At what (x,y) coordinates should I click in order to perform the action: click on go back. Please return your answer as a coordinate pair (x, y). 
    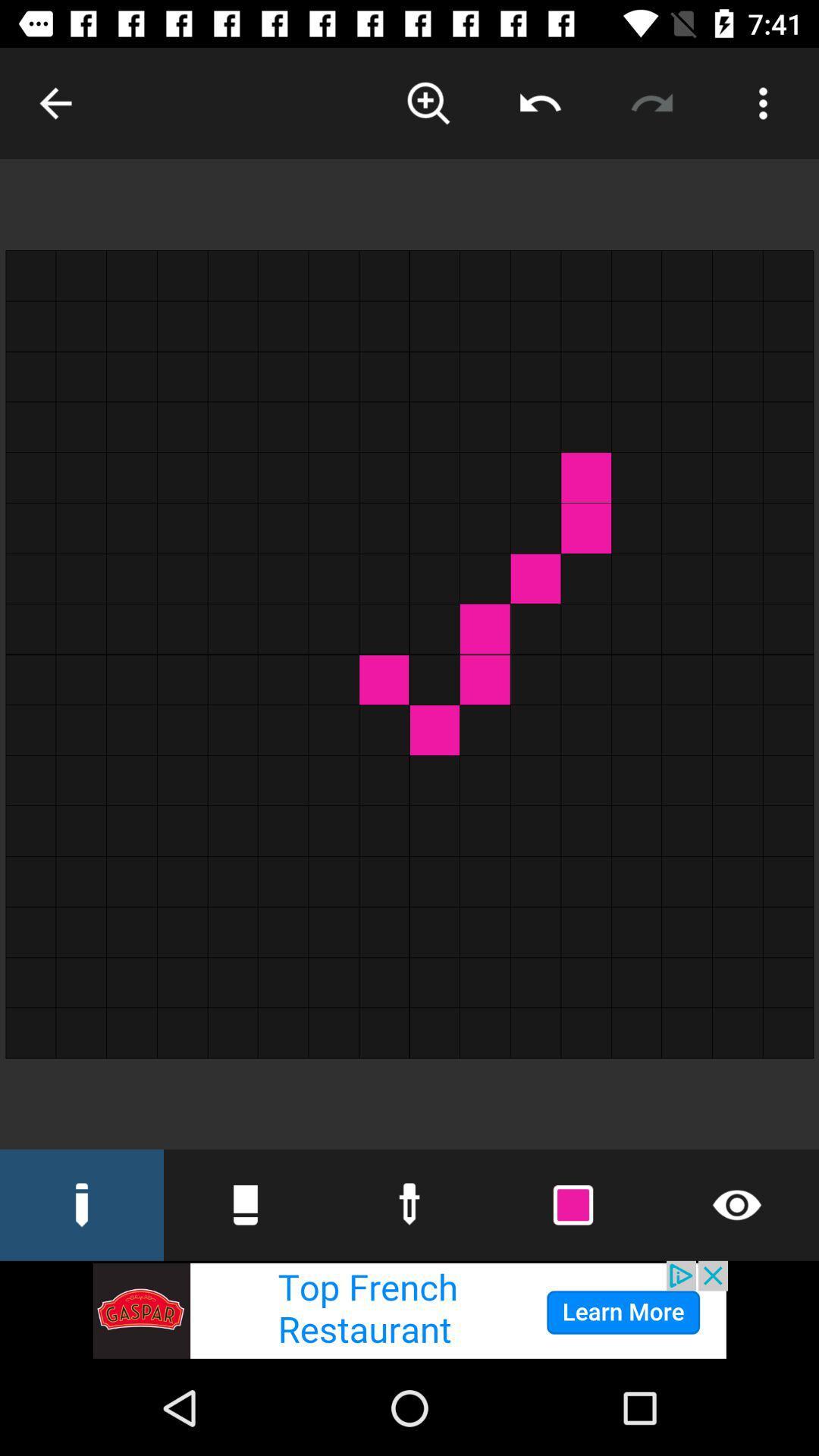
    Looking at the image, I should click on (55, 102).